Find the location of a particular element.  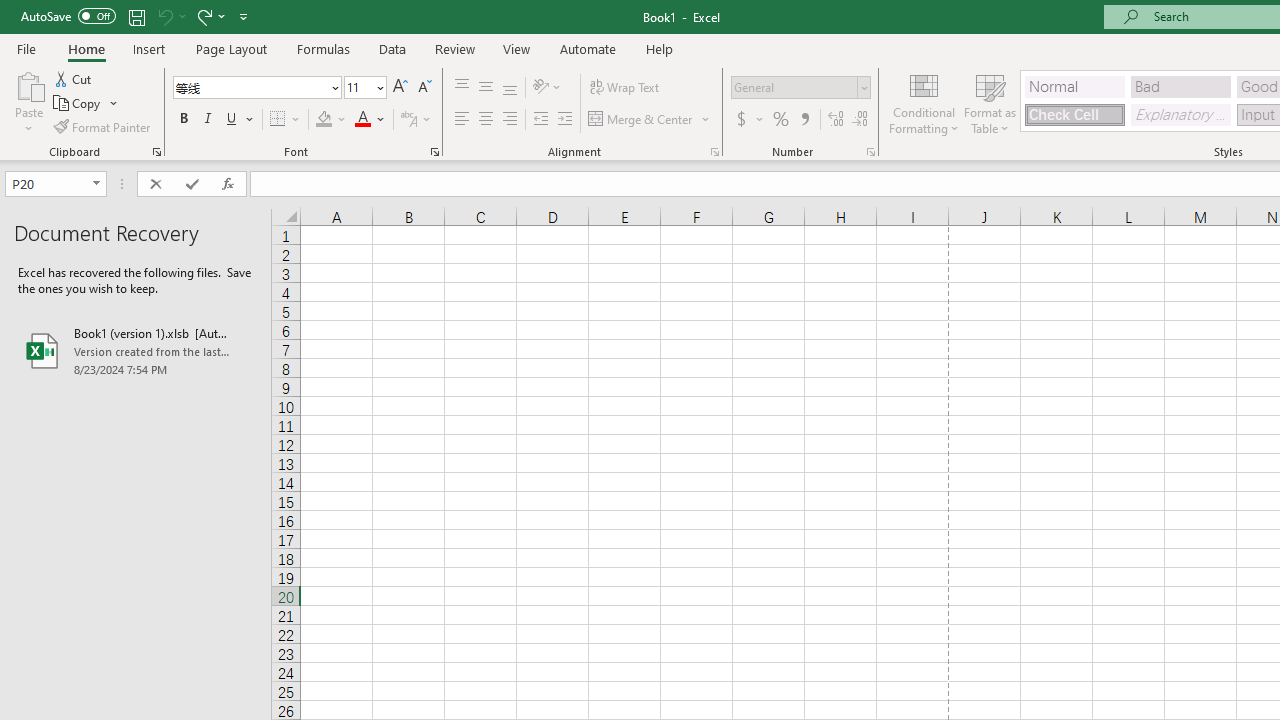

'Increase Font Size' is located at coordinates (400, 86).